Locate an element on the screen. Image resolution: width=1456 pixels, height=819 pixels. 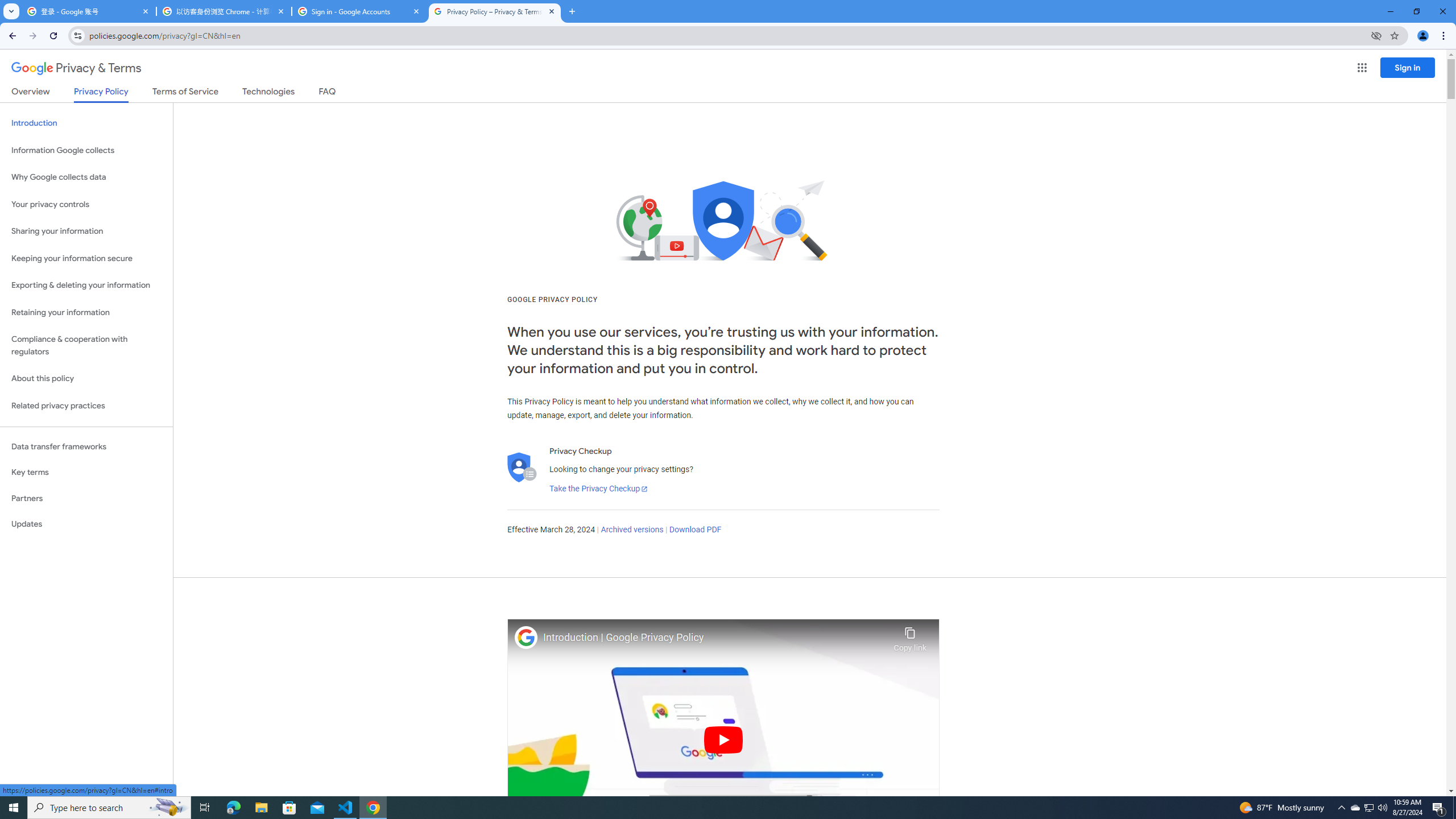
'About this policy' is located at coordinates (86, 379).